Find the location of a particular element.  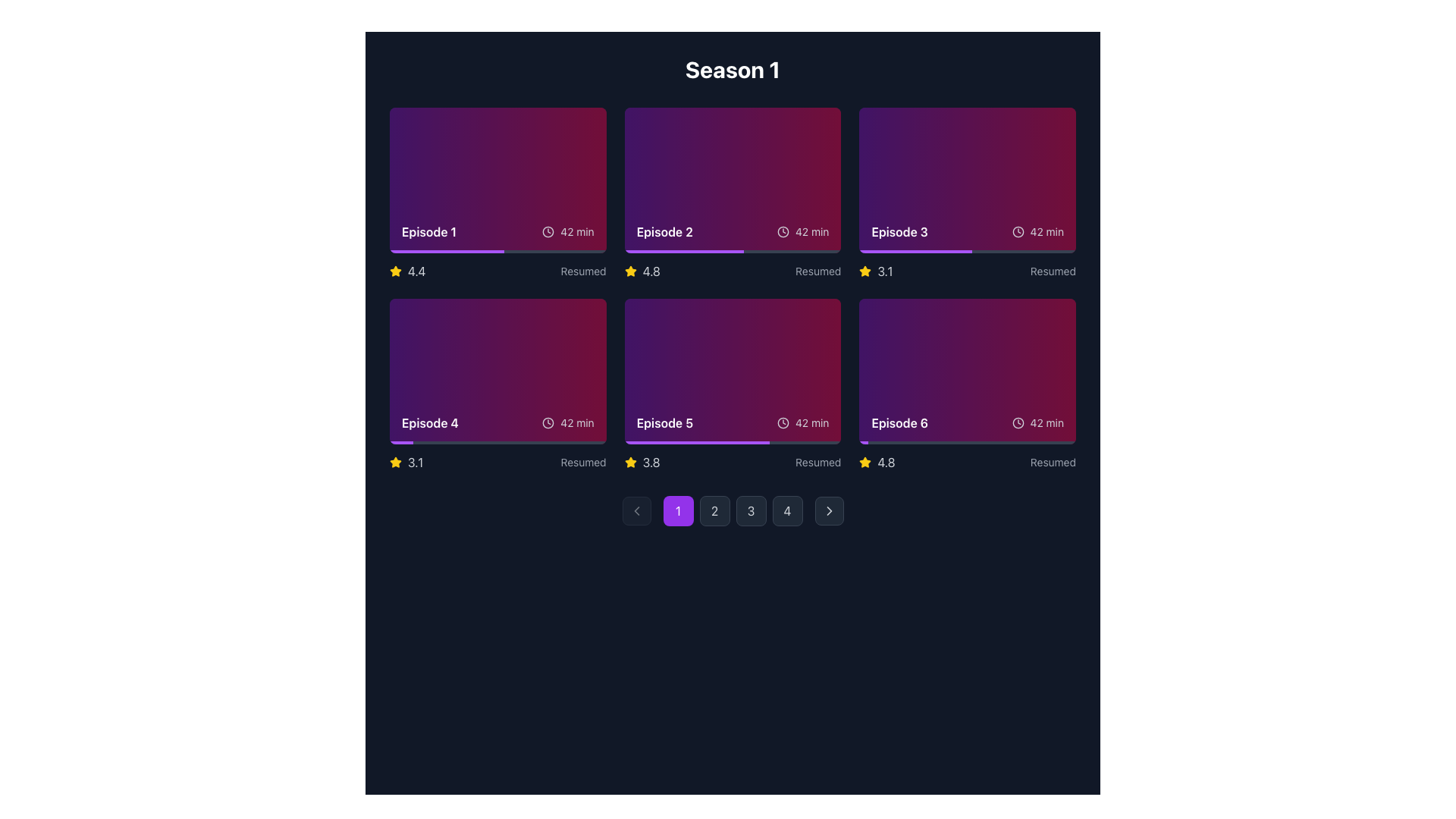

Progress bar located at the bottom of the 'Episode 1' card, which visually represents the viewing progress of the episode is located at coordinates (497, 250).